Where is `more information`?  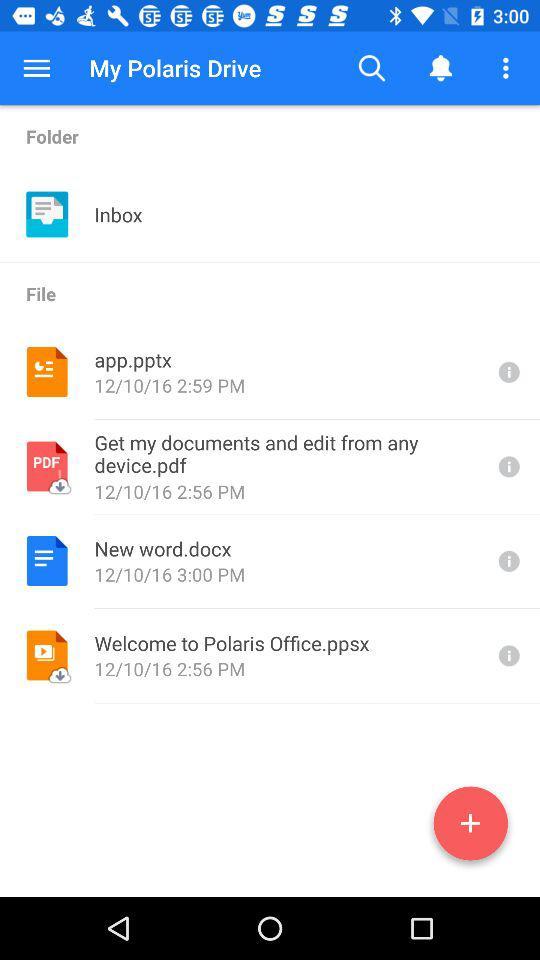
more information is located at coordinates (507, 371).